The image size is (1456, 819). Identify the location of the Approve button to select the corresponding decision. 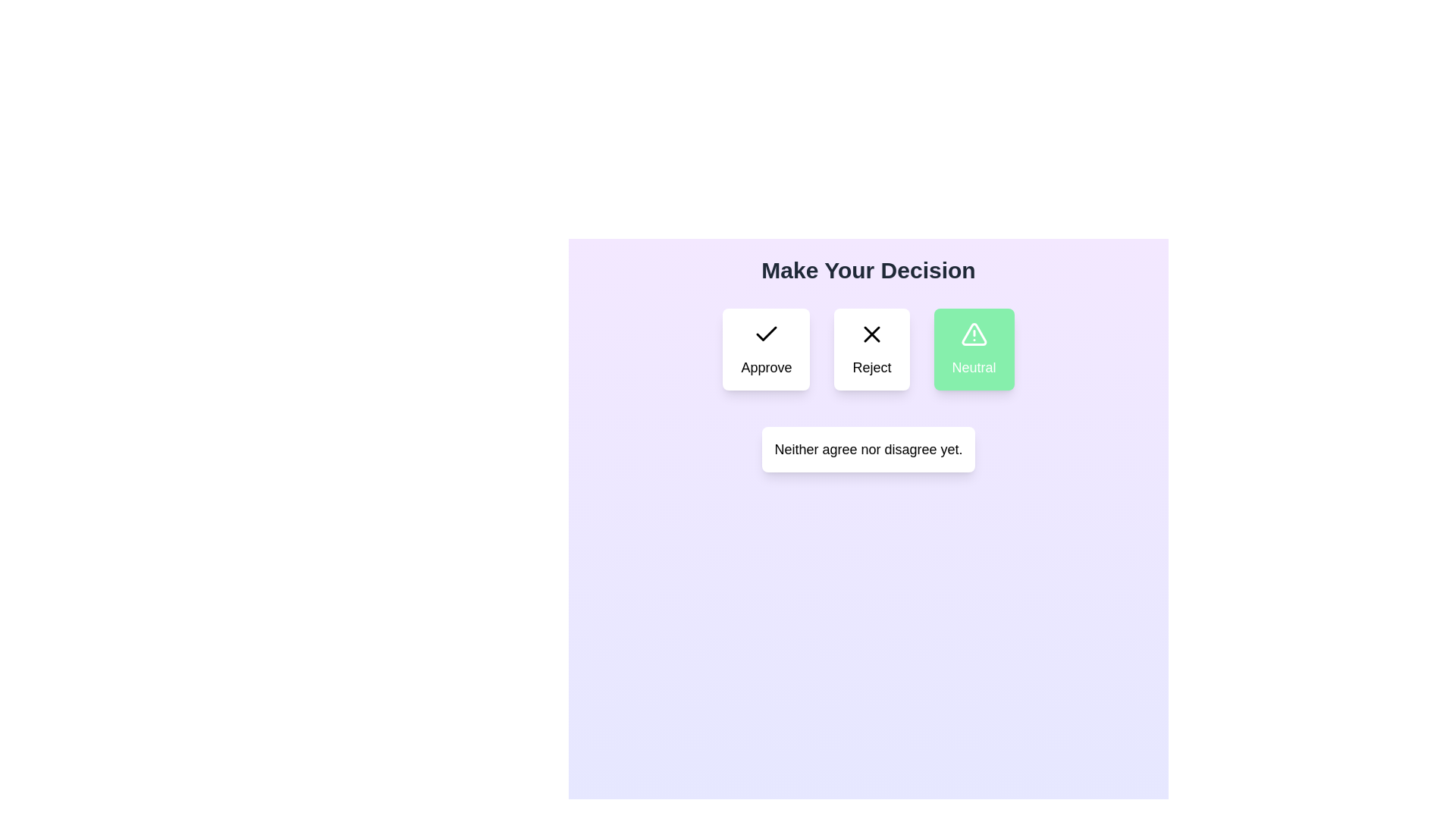
(766, 350).